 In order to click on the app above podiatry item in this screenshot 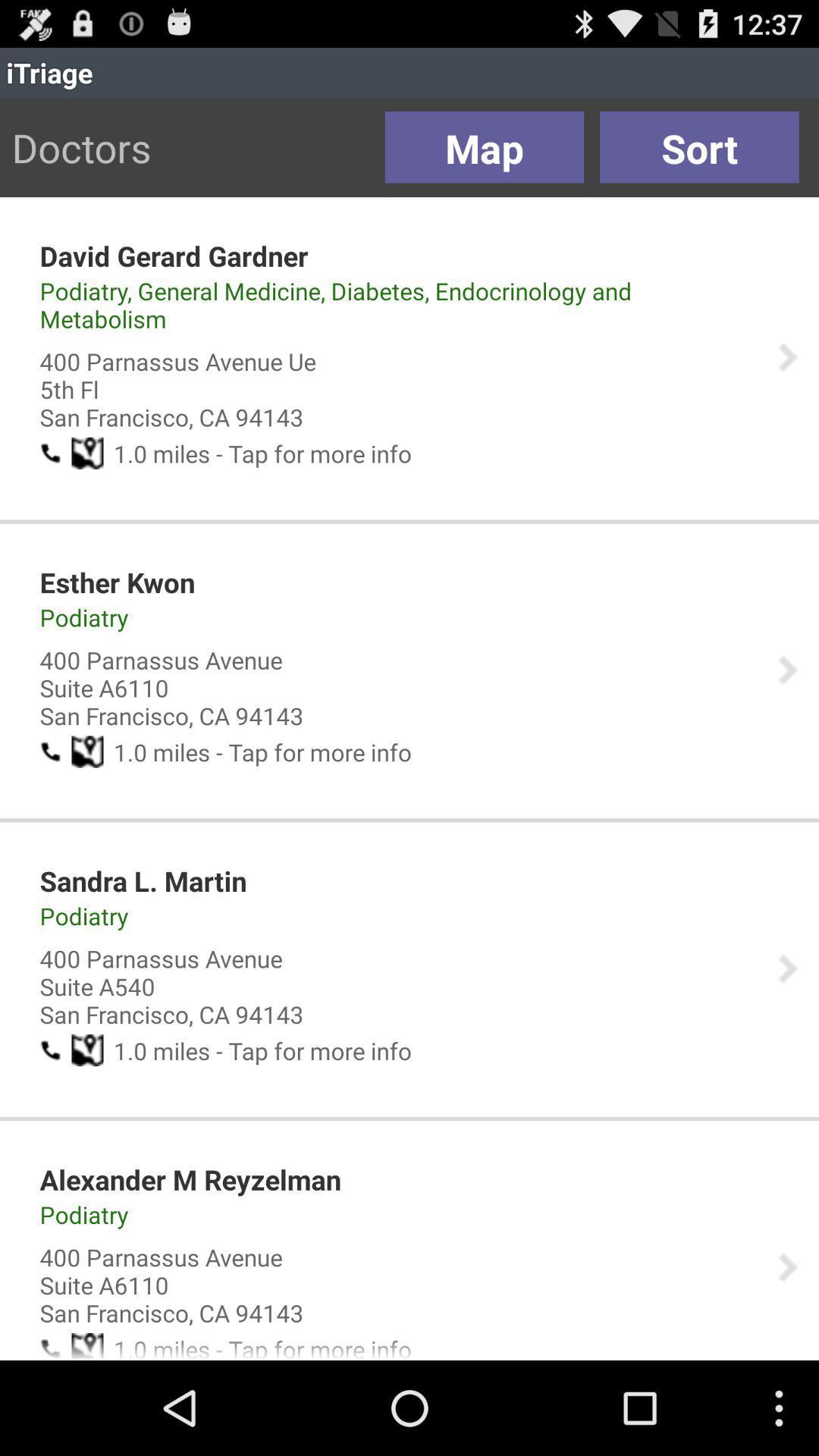, I will do `click(190, 1178)`.